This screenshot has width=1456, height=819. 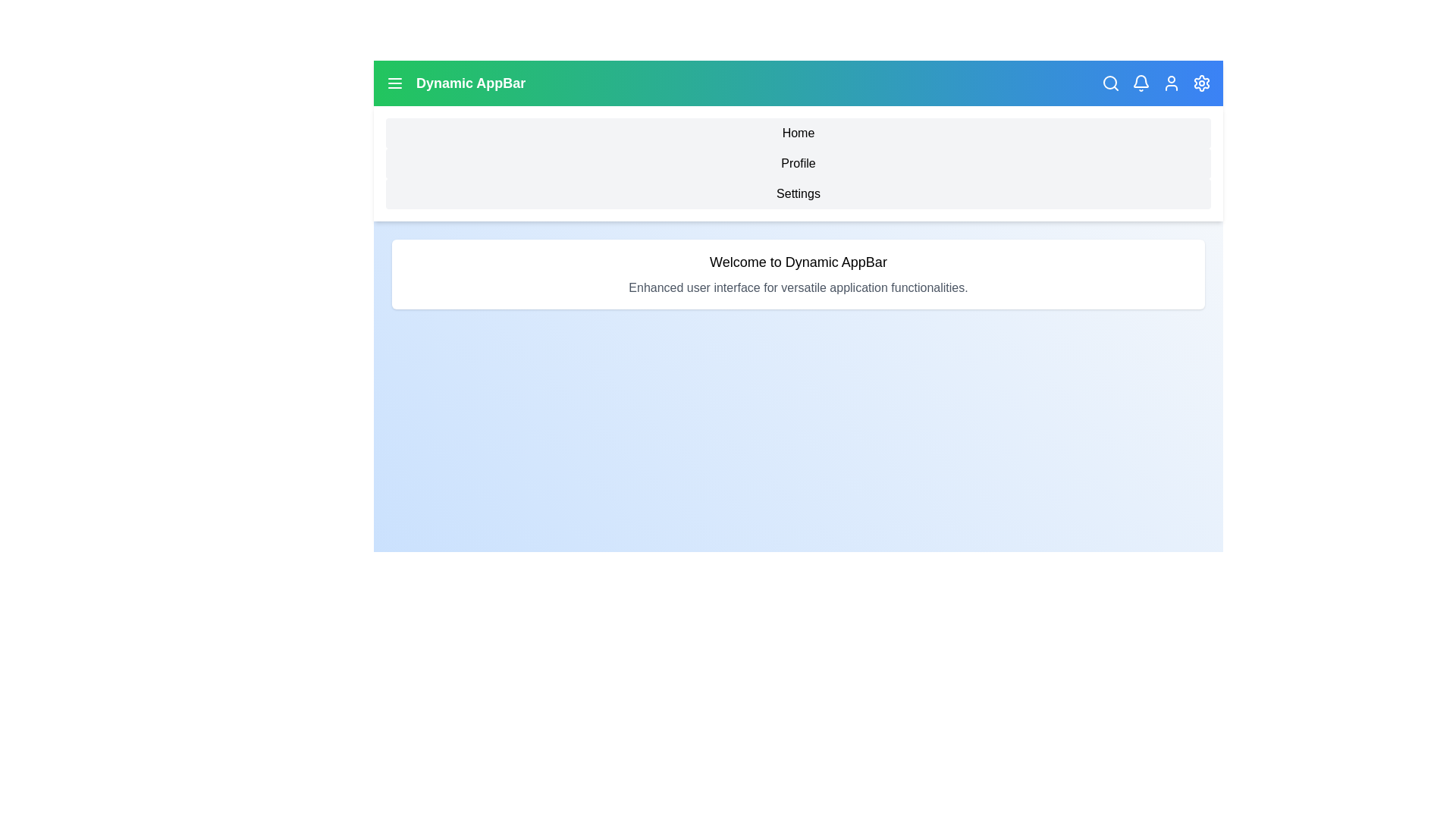 I want to click on the search icon in the app bar, so click(x=1110, y=83).